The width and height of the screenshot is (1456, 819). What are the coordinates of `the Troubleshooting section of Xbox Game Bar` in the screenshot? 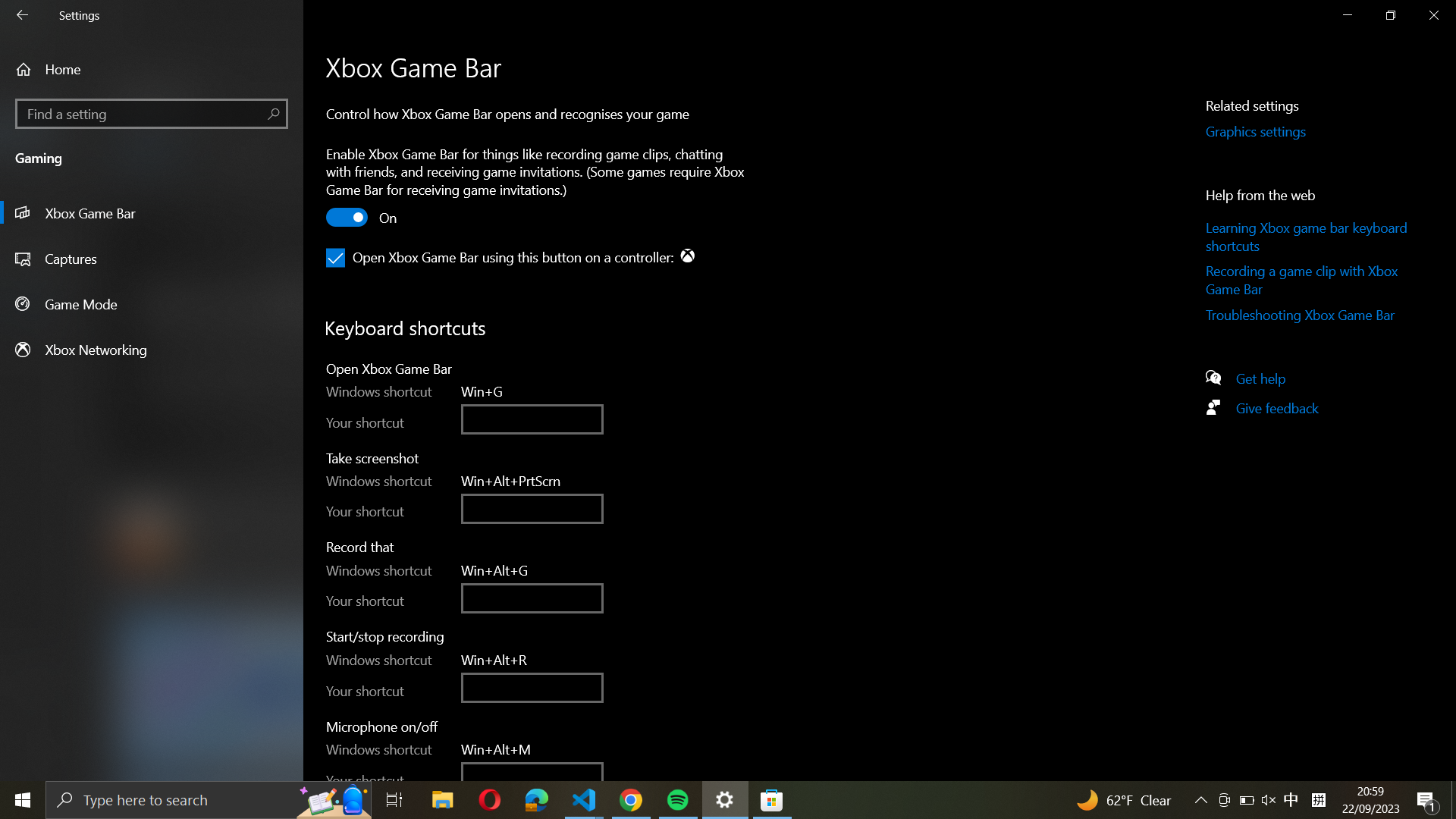 It's located at (1309, 317).